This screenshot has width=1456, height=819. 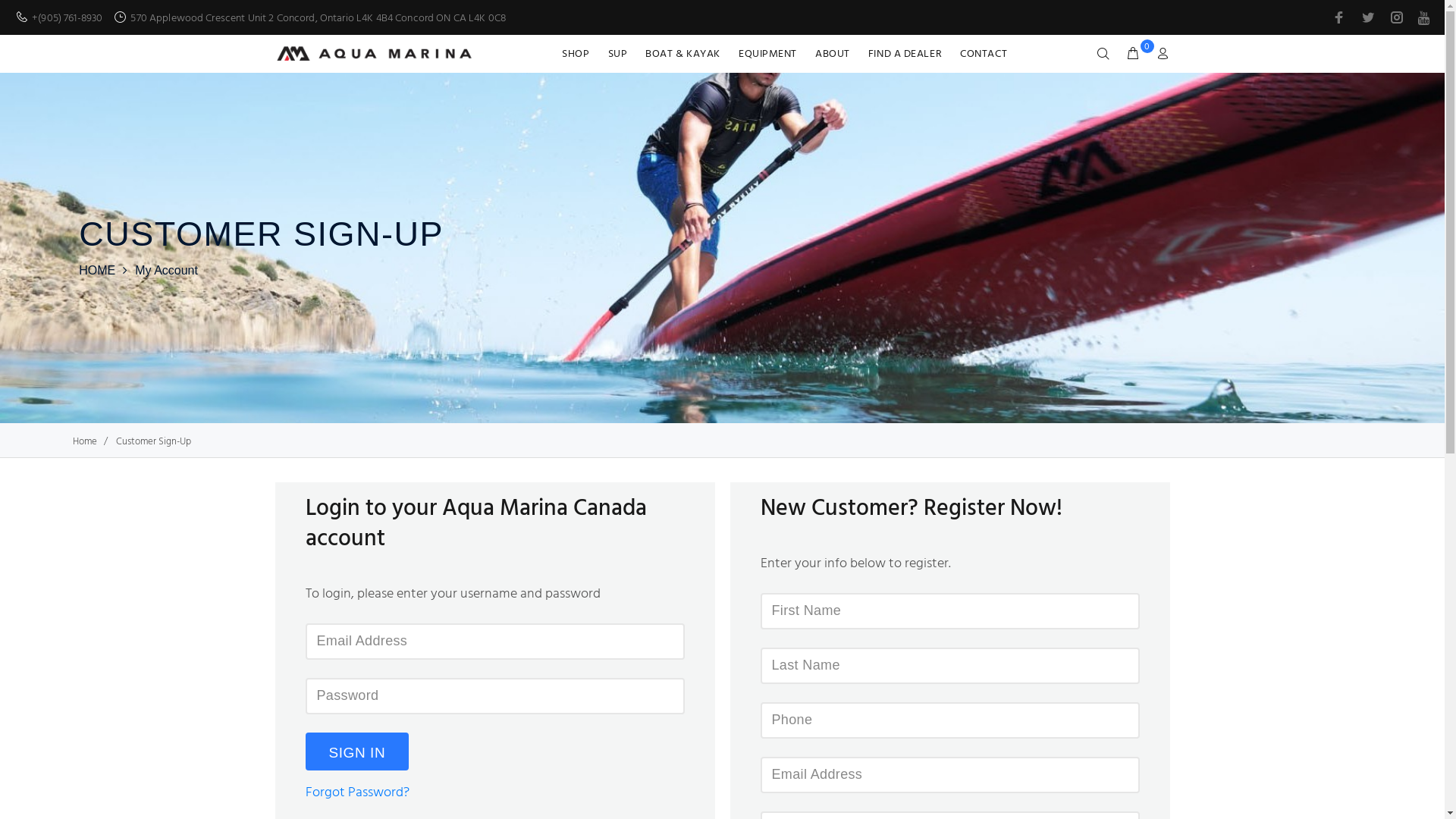 What do you see at coordinates (949, 610) in the screenshot?
I see `'First Name'` at bounding box center [949, 610].